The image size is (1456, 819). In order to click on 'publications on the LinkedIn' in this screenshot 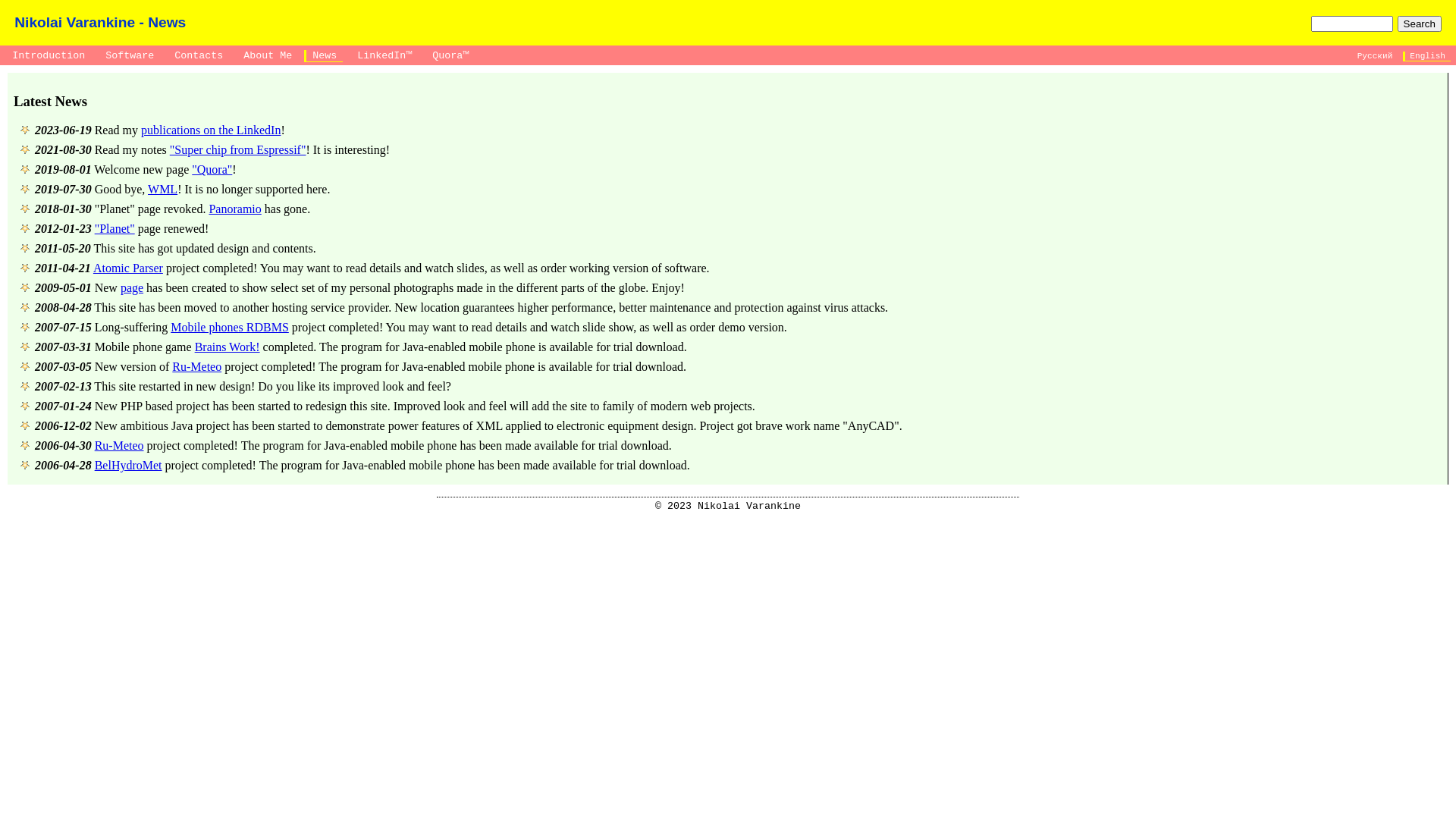, I will do `click(210, 129)`.